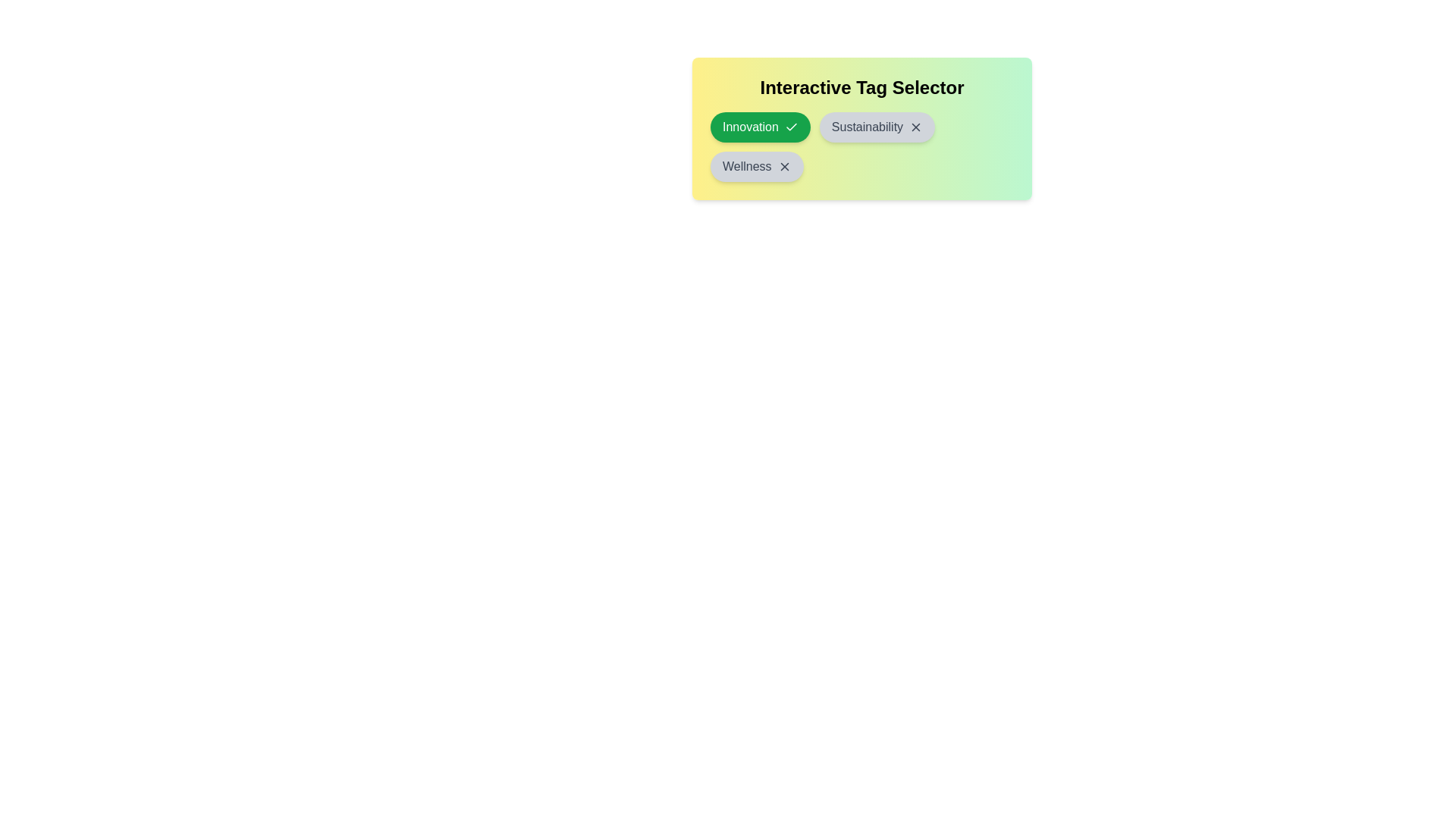 The image size is (1456, 819). Describe the element at coordinates (757, 166) in the screenshot. I see `the tag Wellness` at that location.